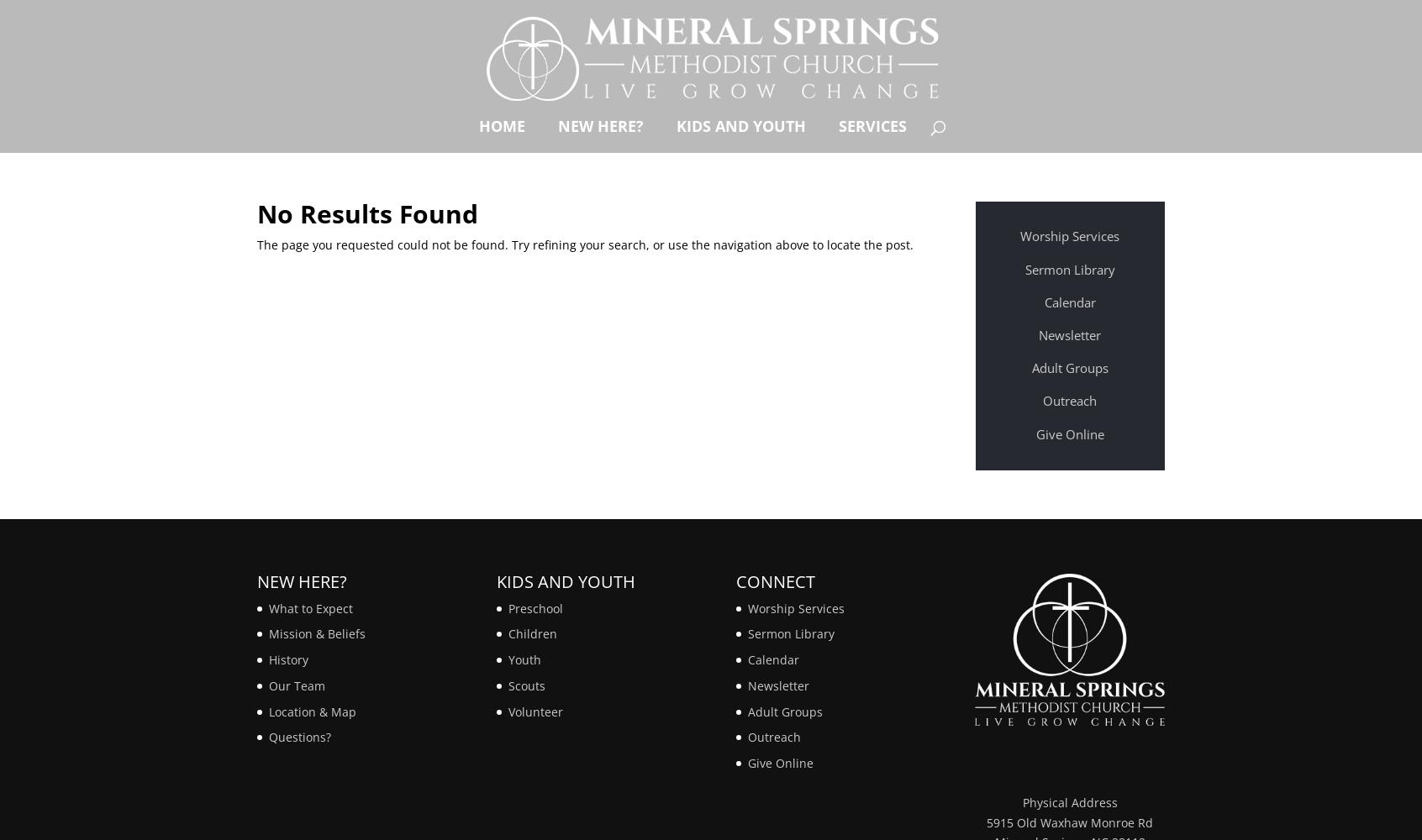  I want to click on 'Sermons', so click(908, 223).